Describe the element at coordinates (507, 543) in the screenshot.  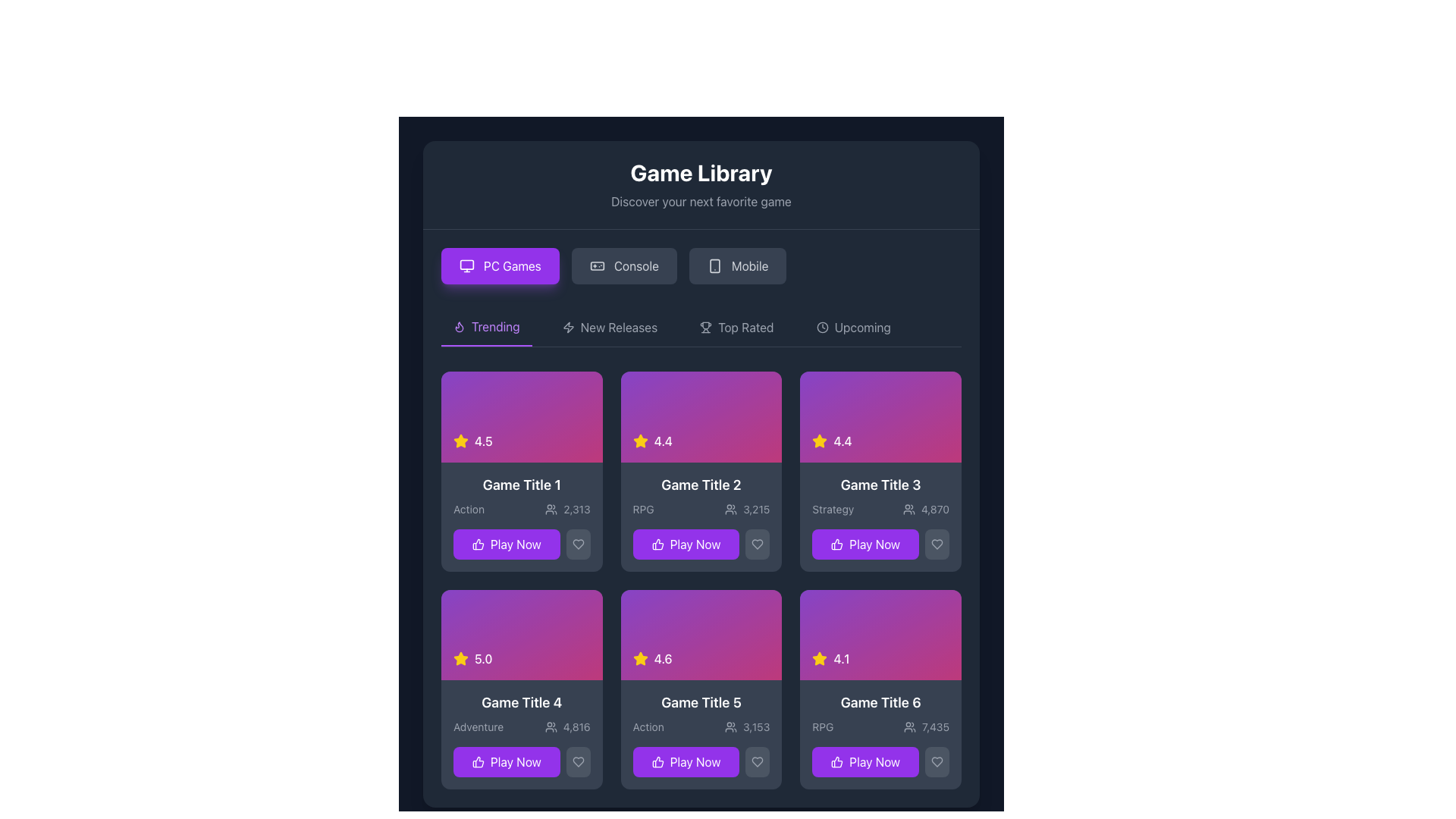
I see `the rectangular 'Play Now' button with a purple background and white text, located in the first card of the grid under the 'Trending' section, to initiate the play action` at that location.